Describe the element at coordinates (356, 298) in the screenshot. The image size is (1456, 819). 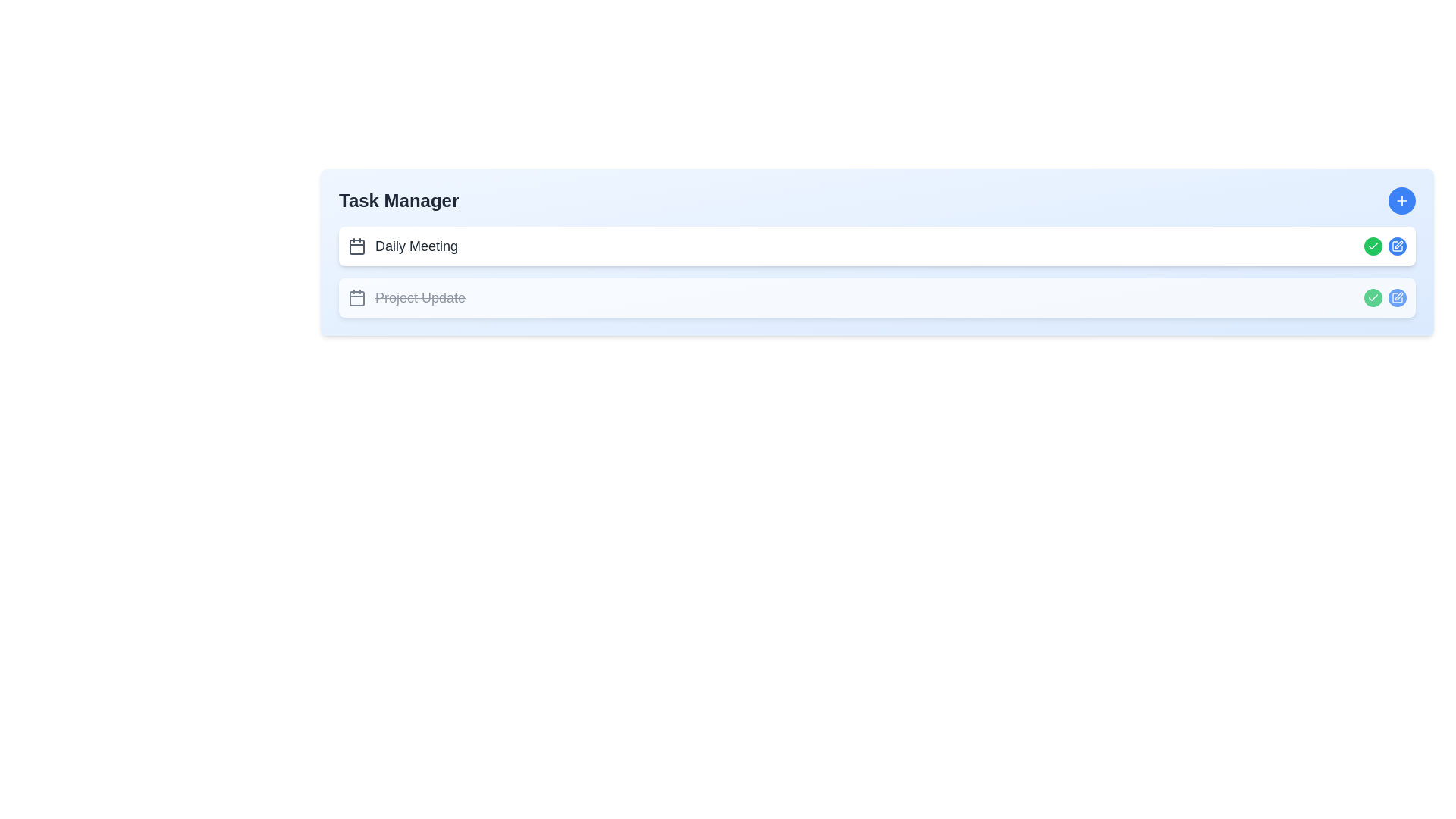
I see `the calendar icon located to the left of the 'Project Update' text to trigger additional functionality` at that location.